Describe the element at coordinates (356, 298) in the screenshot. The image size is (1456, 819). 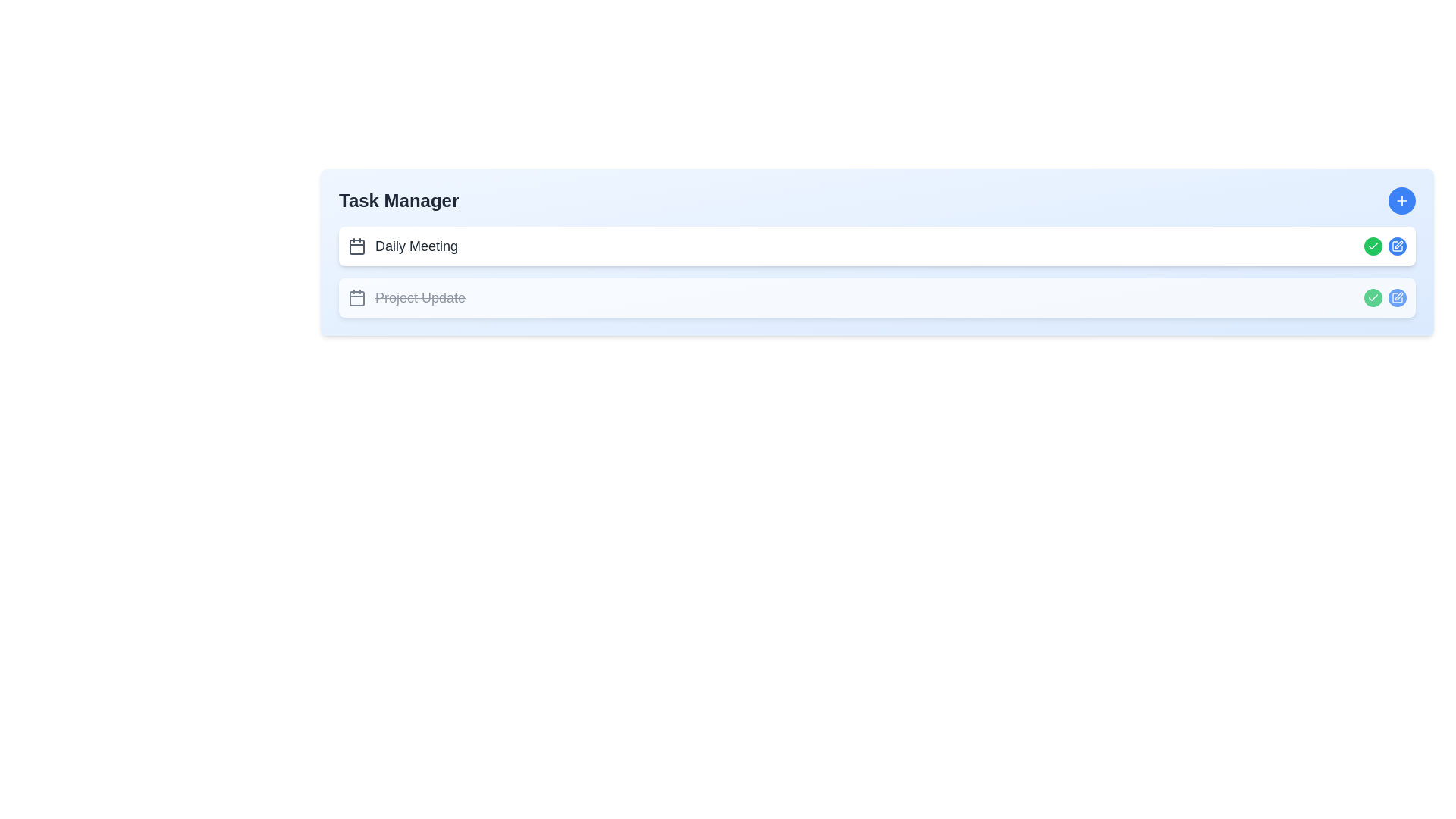
I see `the calendar icon located to the left of the 'Project Update' text to trigger additional functionality` at that location.